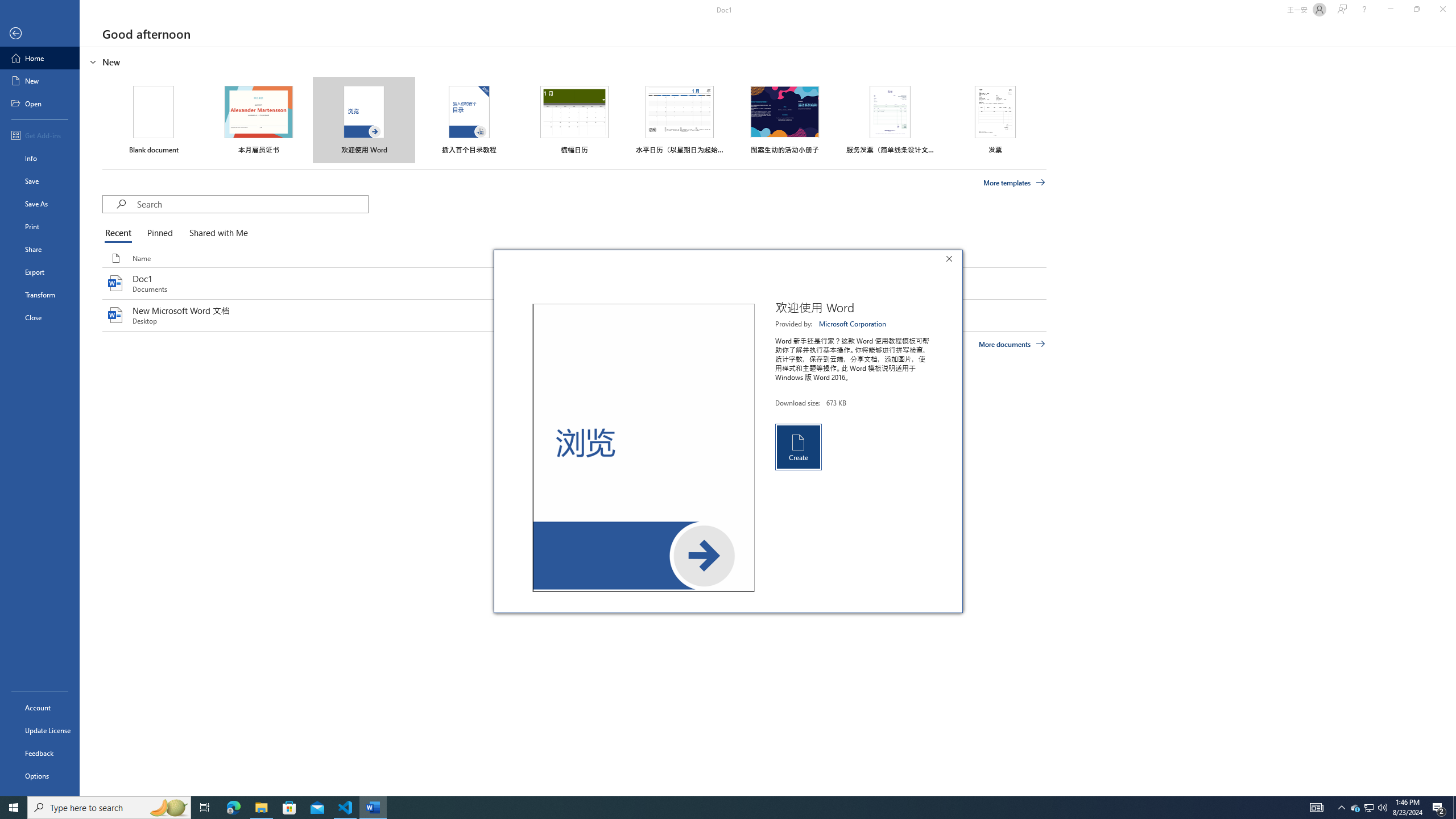 This screenshot has width=1456, height=819. I want to click on 'Export', so click(39, 272).